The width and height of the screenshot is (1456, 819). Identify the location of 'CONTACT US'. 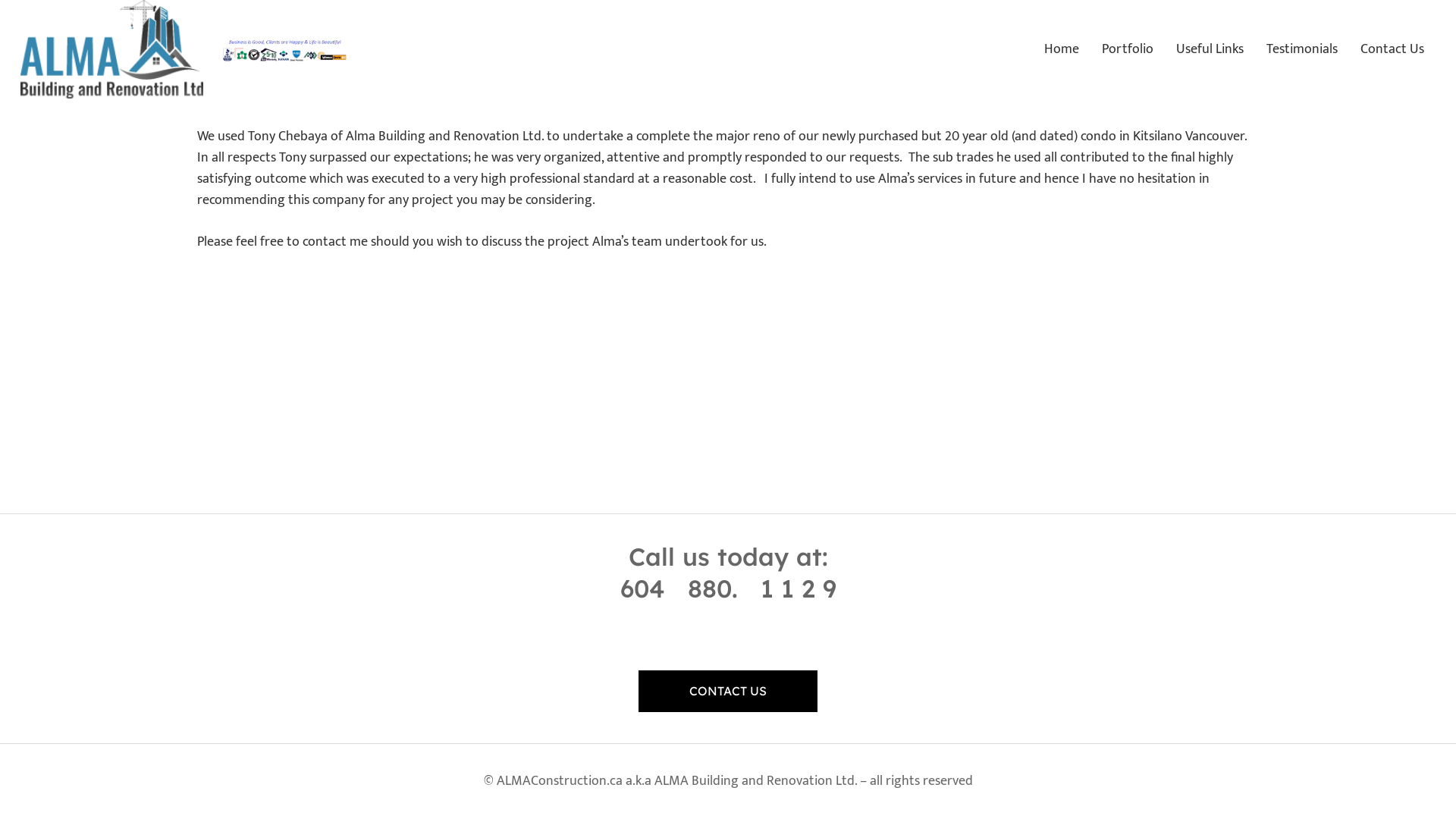
(728, 690).